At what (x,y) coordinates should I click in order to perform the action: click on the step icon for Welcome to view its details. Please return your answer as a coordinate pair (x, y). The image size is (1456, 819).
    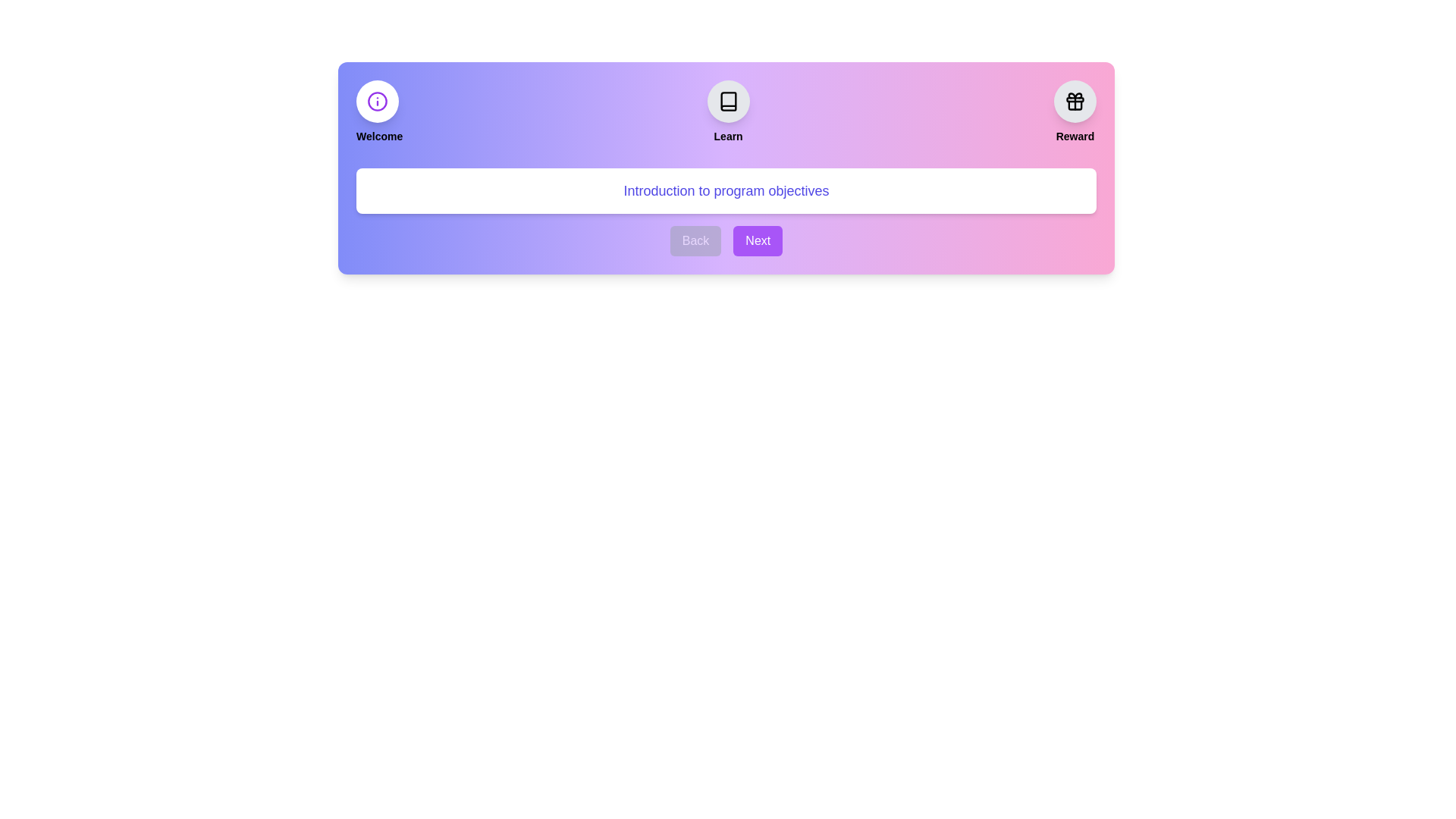
    Looking at the image, I should click on (378, 102).